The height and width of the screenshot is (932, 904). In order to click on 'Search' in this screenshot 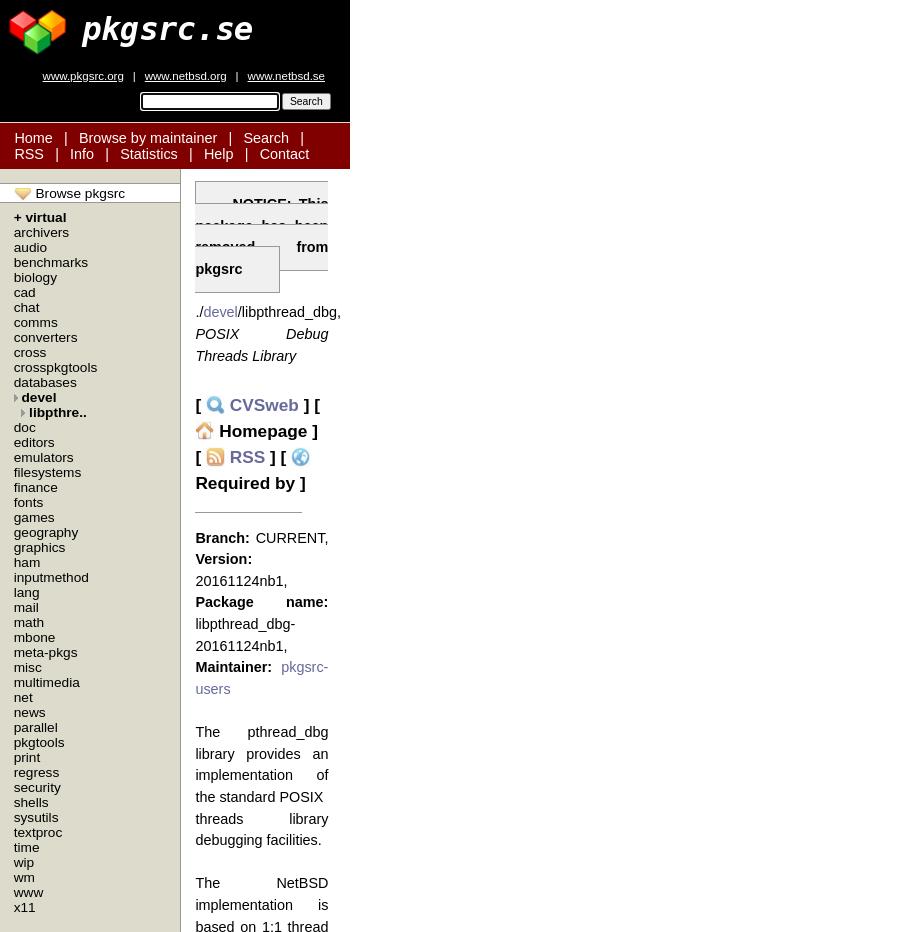, I will do `click(264, 136)`.